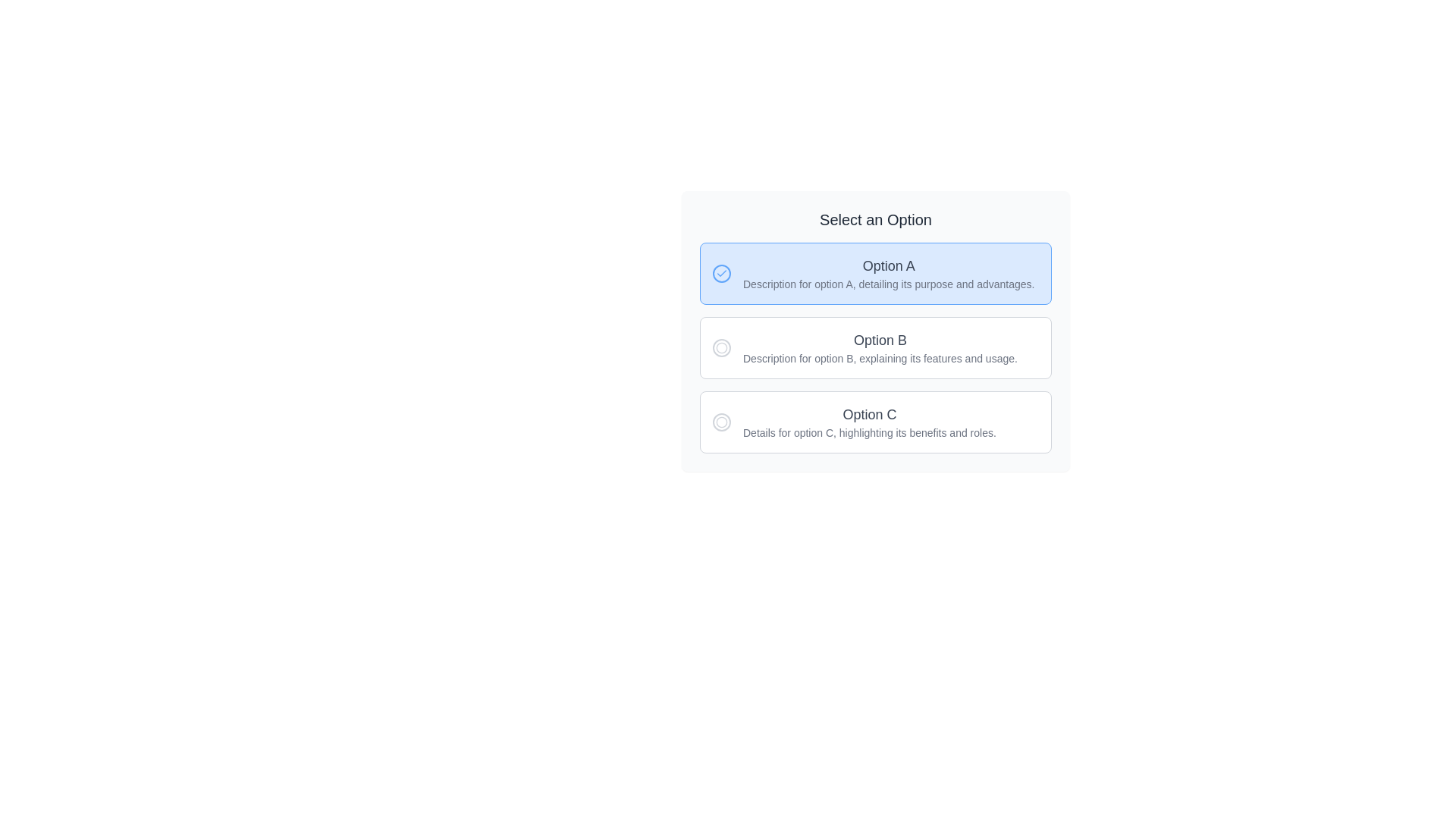 The width and height of the screenshot is (1456, 819). I want to click on descriptive text styled with small, gray-colored font located under the title 'Option A', which reads: 'Description for option A, detailing its purpose and advantages.', so click(889, 284).